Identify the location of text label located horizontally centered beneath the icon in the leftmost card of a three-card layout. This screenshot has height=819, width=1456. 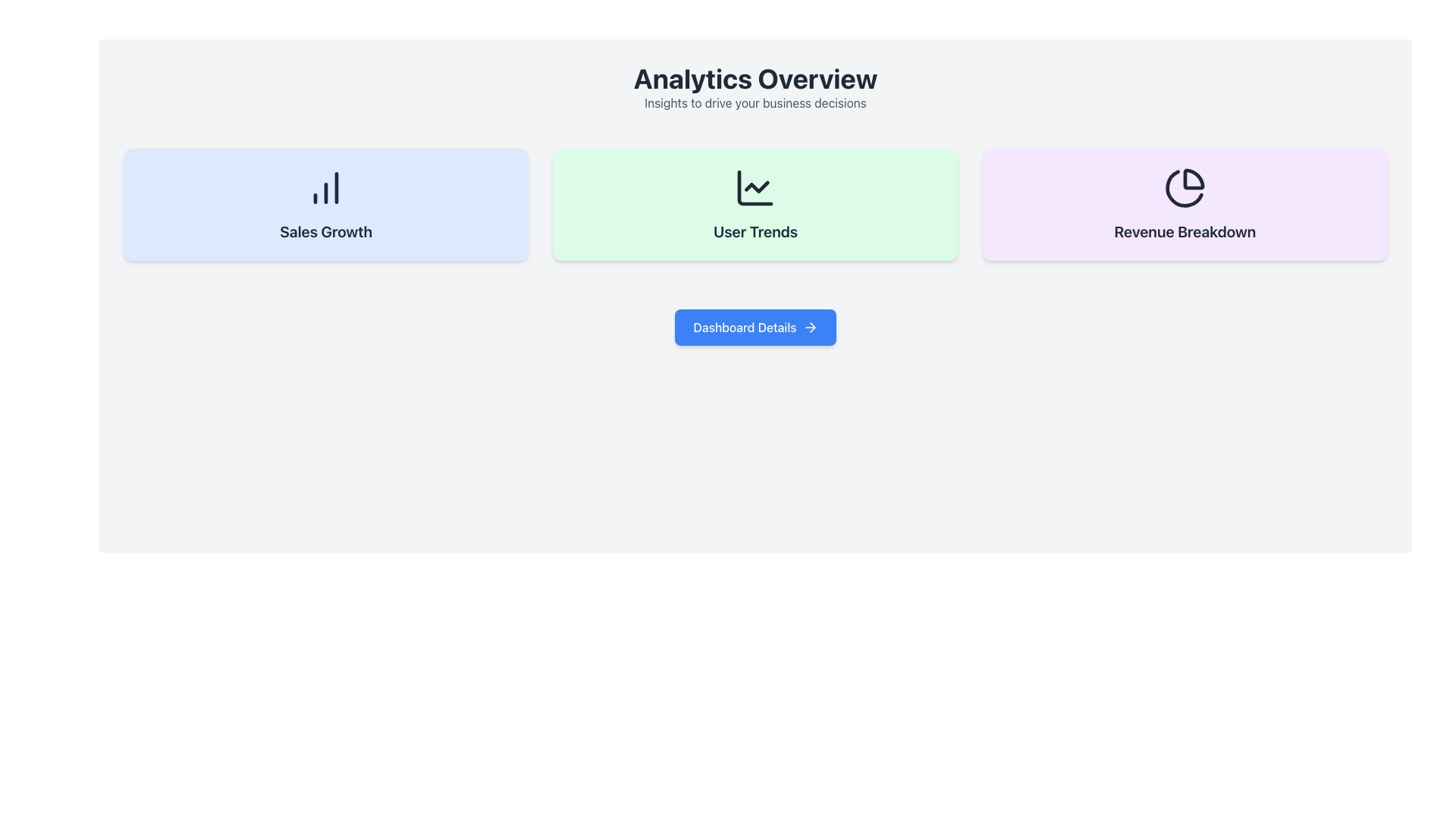
(325, 231).